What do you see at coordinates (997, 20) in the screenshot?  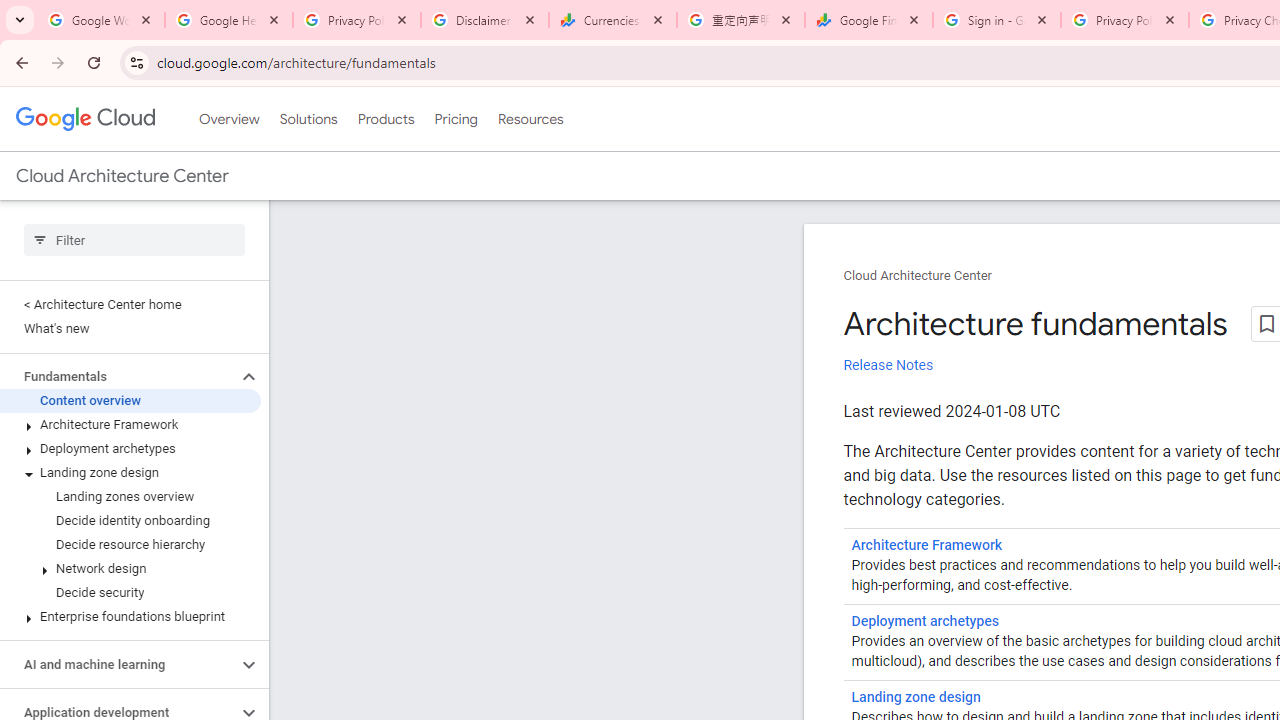 I see `'Sign in - Google Accounts'` at bounding box center [997, 20].